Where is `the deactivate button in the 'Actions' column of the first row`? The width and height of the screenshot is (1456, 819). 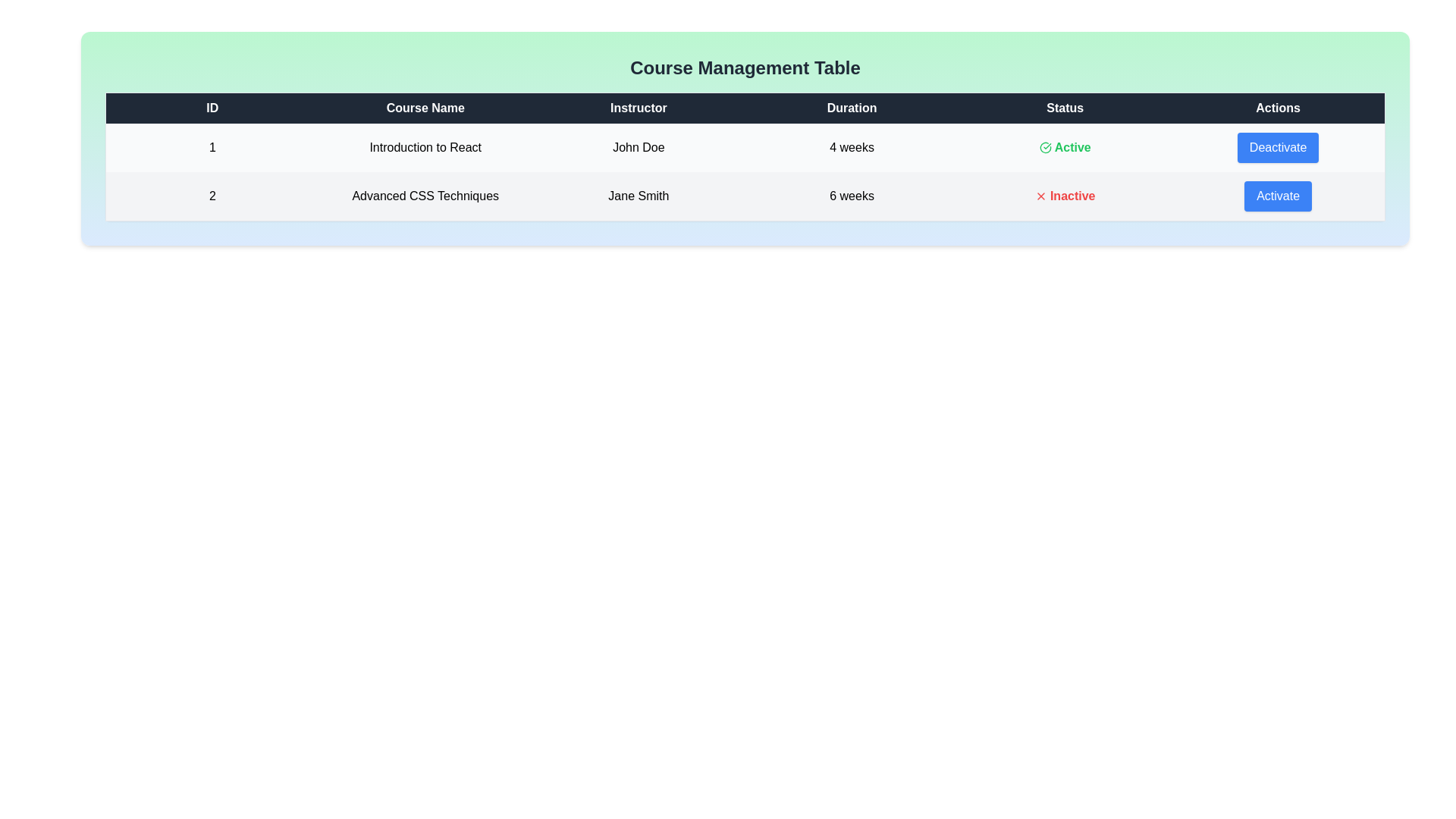
the deactivate button in the 'Actions' column of the first row is located at coordinates (1277, 148).